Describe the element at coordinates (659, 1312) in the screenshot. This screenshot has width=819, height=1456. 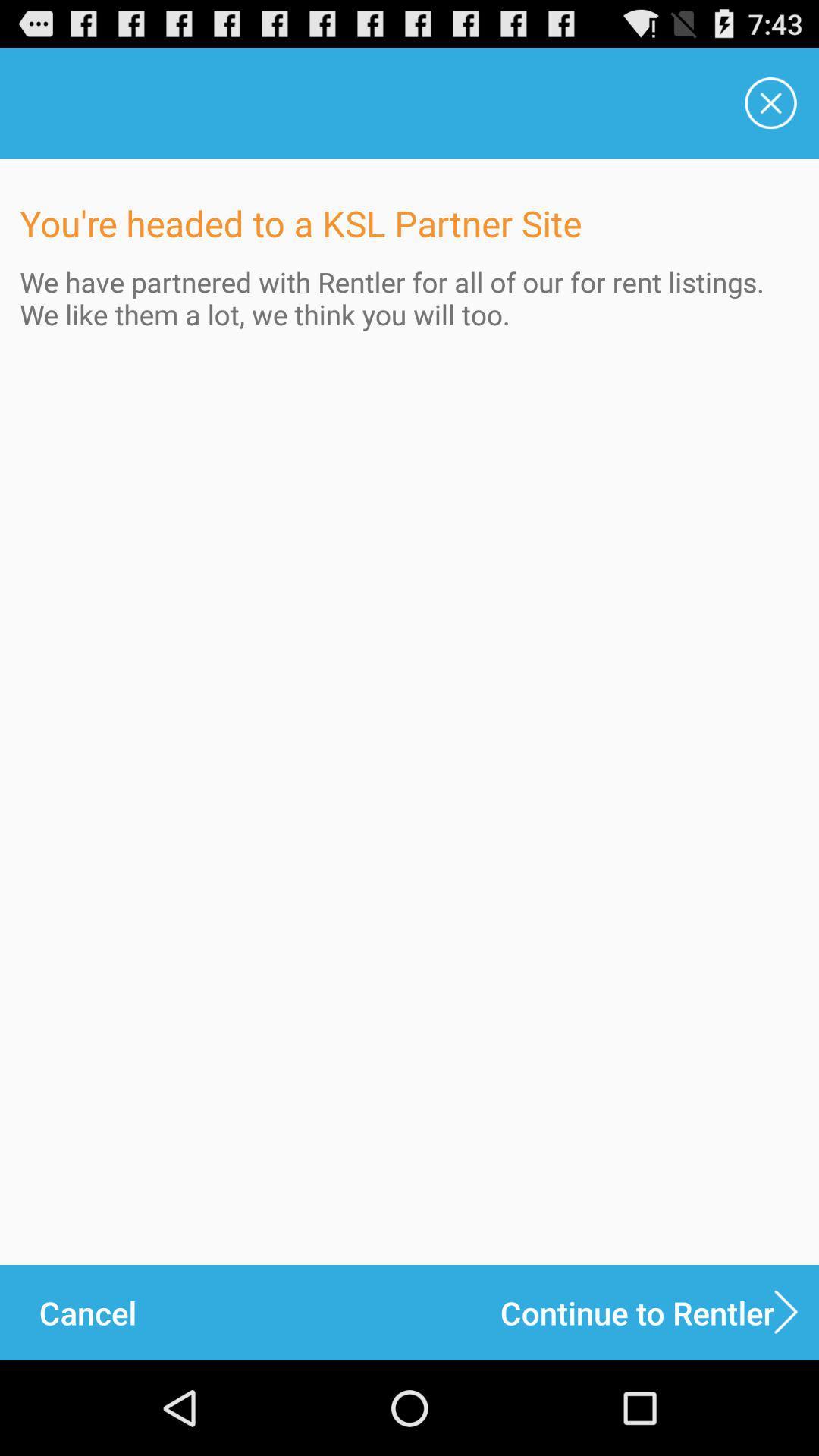
I see `continue to rentler item` at that location.